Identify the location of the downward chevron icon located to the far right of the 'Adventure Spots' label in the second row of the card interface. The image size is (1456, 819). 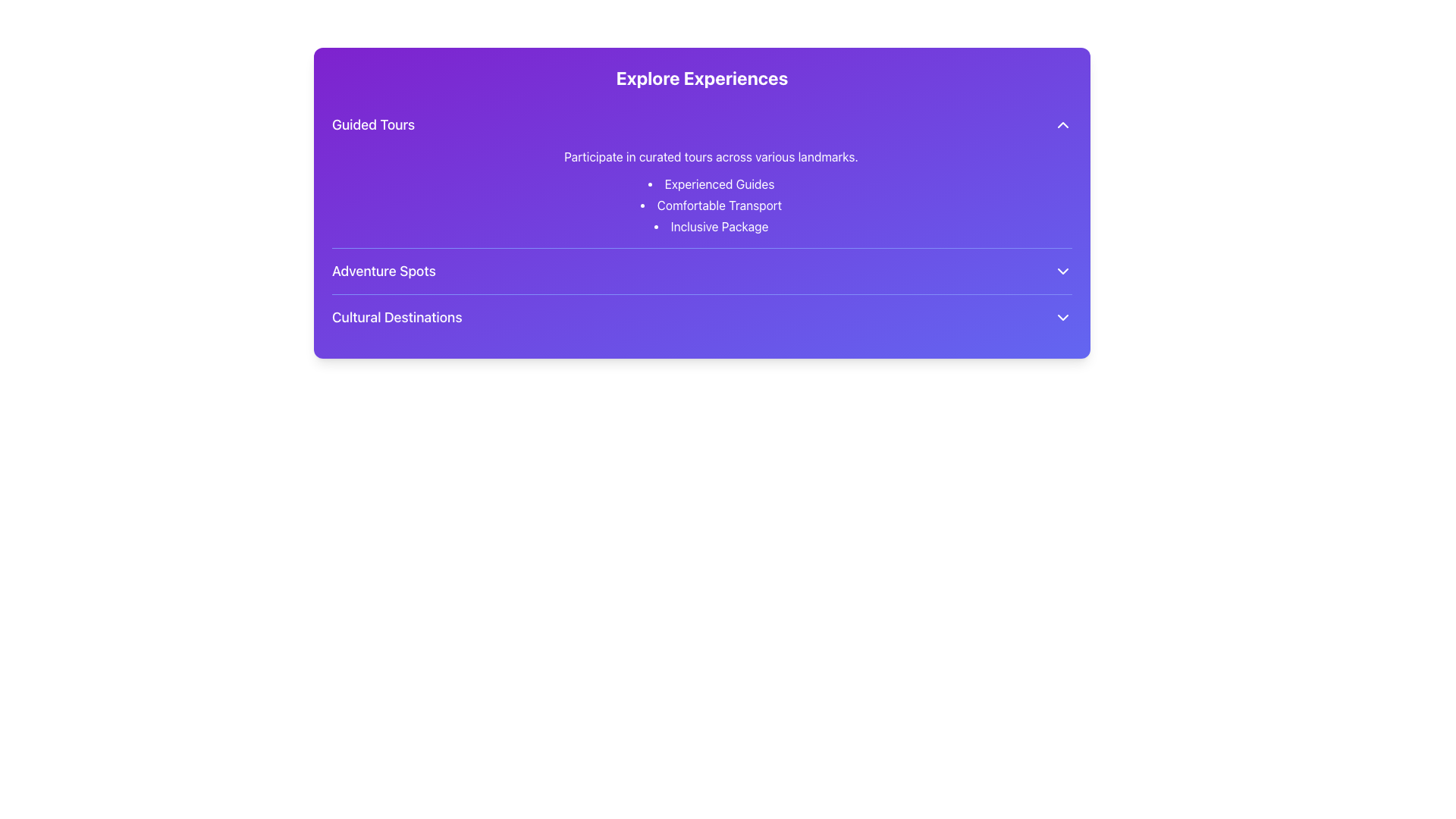
(1062, 271).